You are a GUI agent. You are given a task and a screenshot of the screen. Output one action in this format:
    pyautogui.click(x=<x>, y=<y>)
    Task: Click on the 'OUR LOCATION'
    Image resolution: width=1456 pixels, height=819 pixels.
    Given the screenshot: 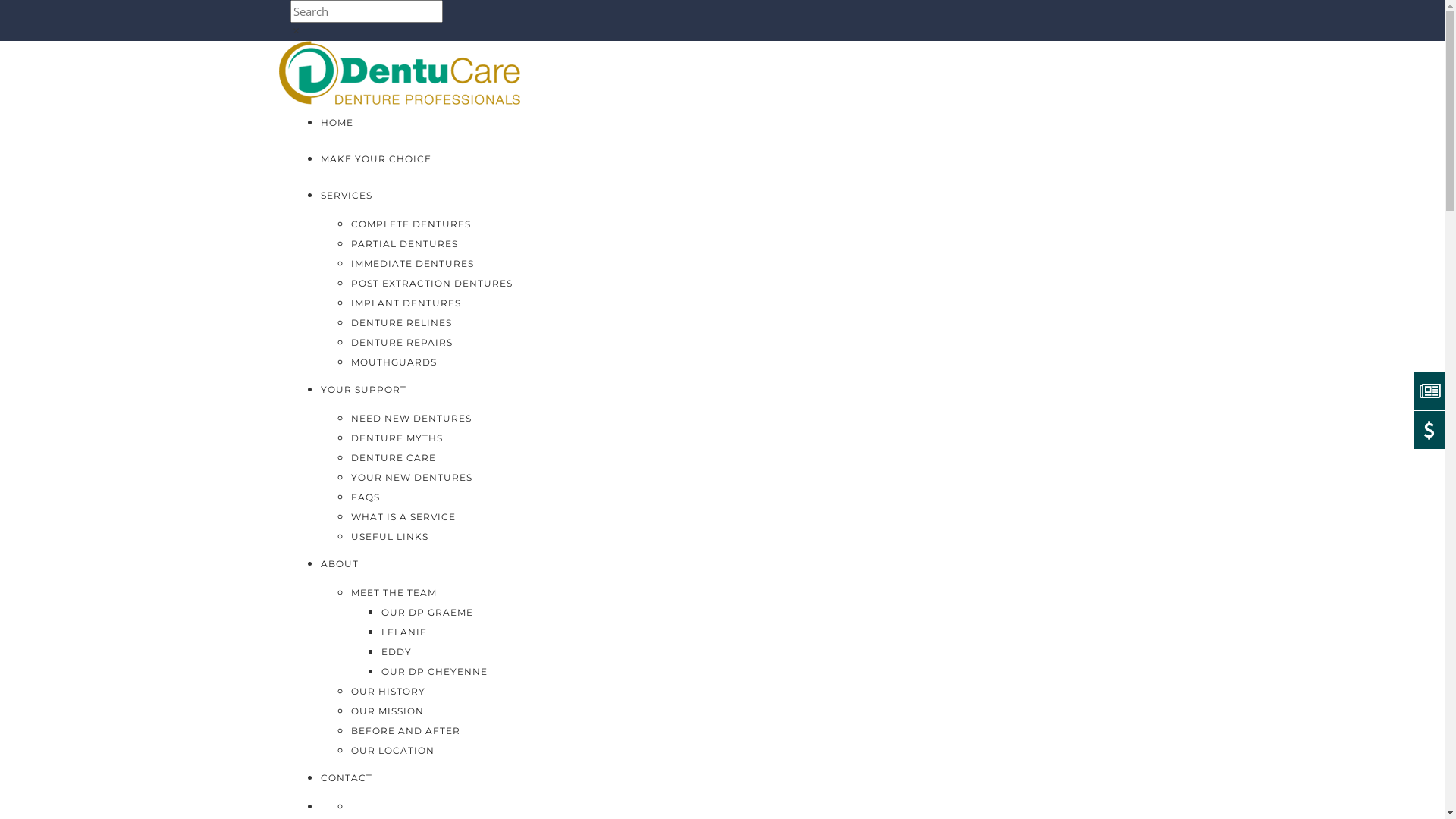 What is the action you would take?
    pyautogui.click(x=392, y=749)
    